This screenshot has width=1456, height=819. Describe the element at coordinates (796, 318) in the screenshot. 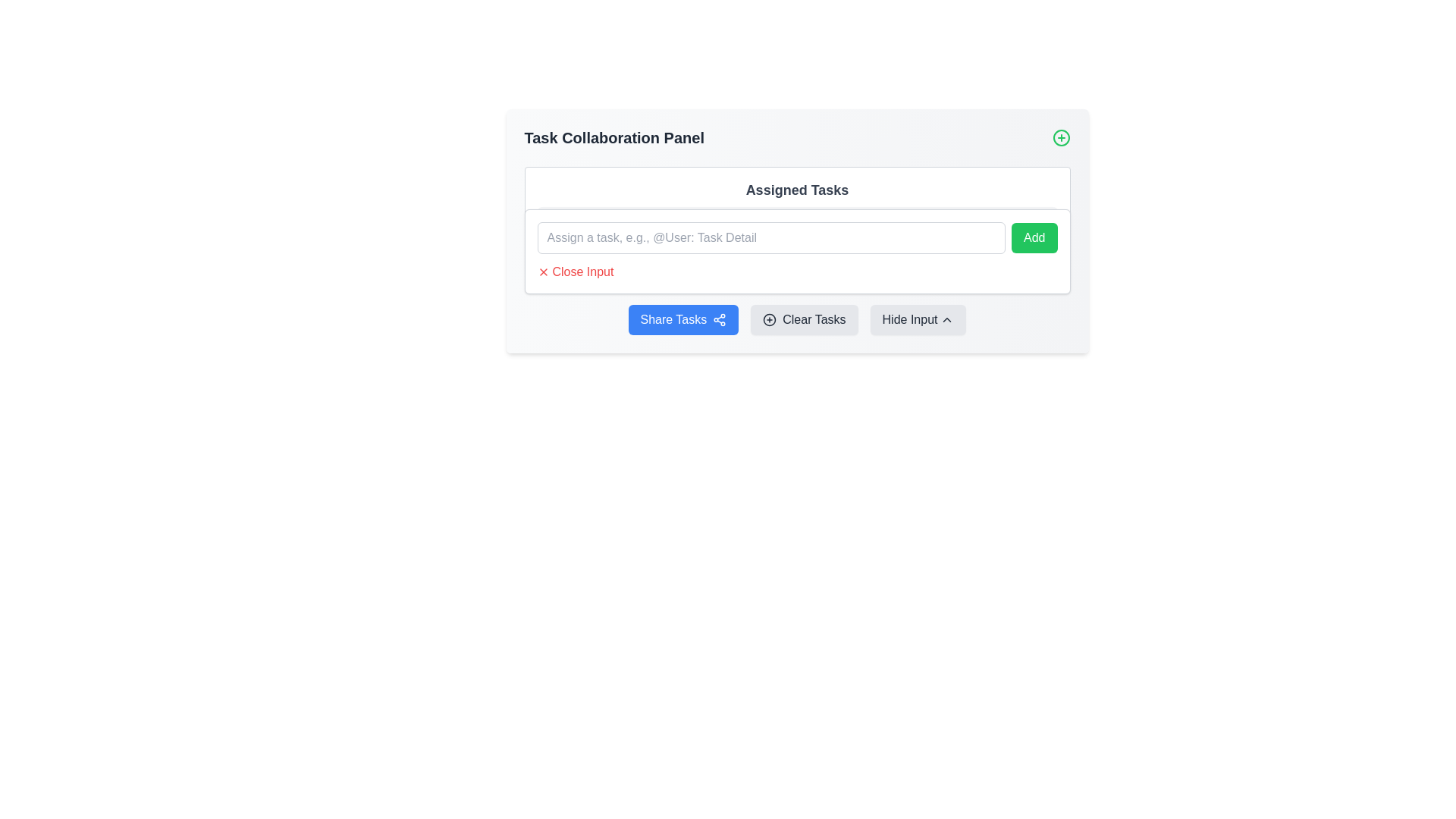

I see `the group of buttons located at the bottom of the assigned tasks section` at that location.